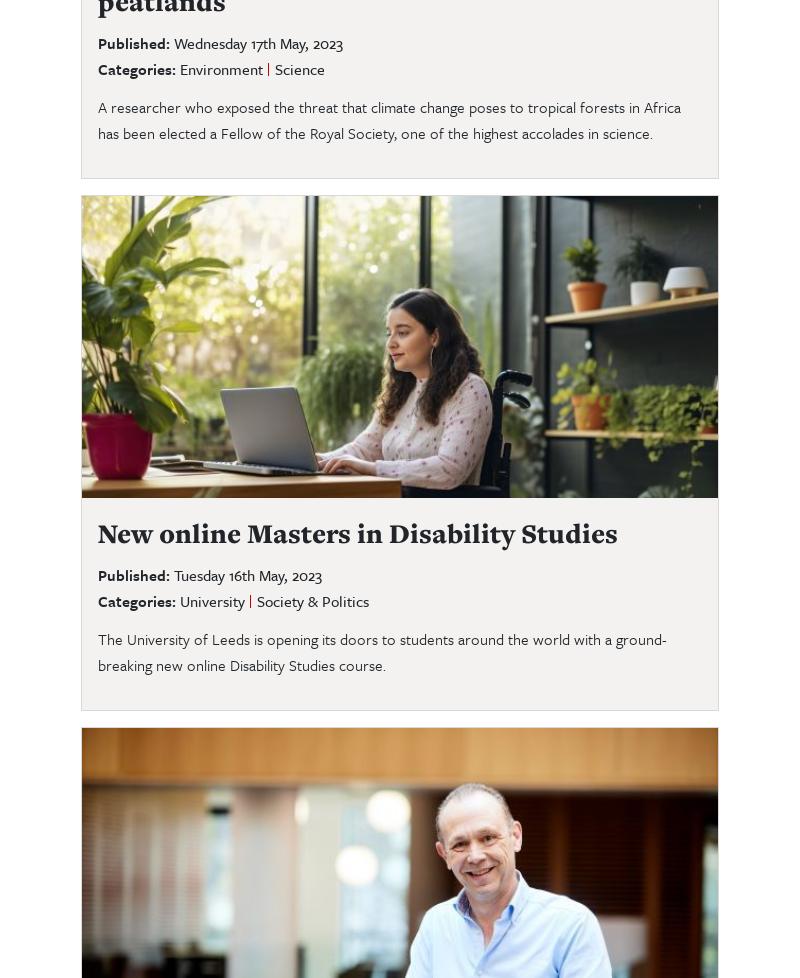 The width and height of the screenshot is (800, 978). Describe the element at coordinates (275, 67) in the screenshot. I see `'Science'` at that location.